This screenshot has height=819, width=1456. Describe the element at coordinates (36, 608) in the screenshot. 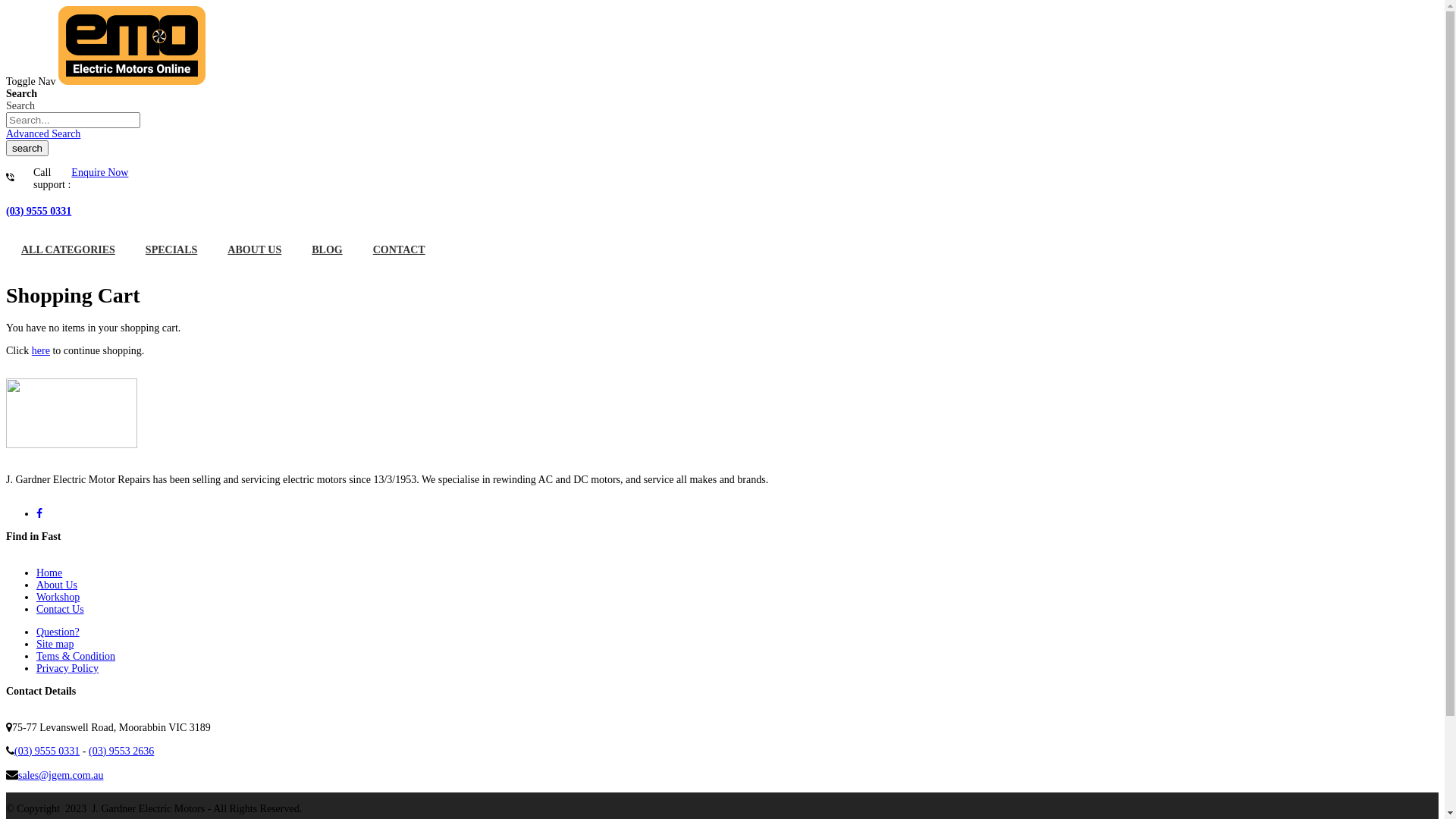

I see `'Contact Us'` at that location.